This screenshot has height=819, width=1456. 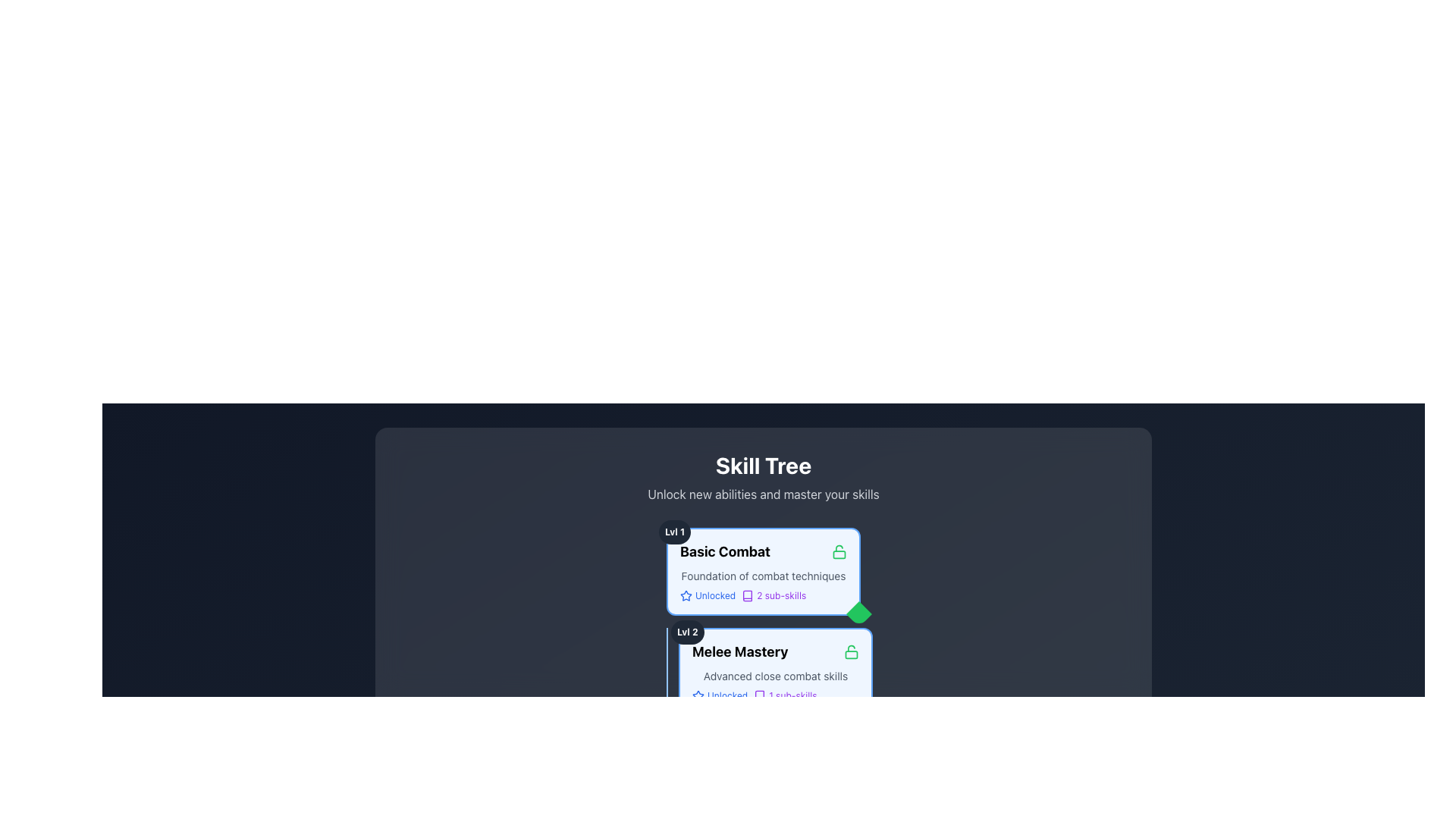 I want to click on the star icon, so click(x=697, y=695).